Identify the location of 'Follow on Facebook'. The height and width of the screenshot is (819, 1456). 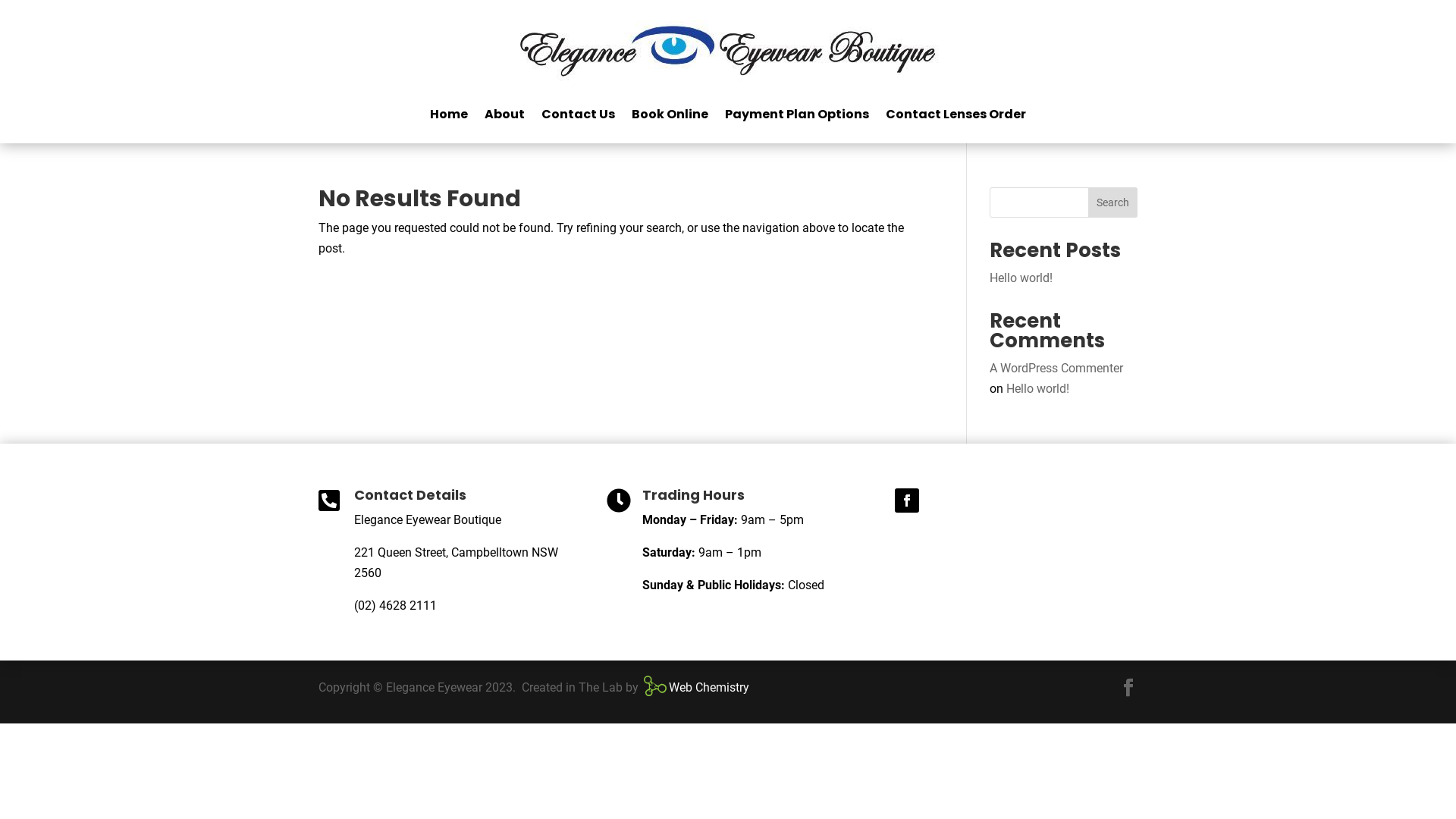
(906, 500).